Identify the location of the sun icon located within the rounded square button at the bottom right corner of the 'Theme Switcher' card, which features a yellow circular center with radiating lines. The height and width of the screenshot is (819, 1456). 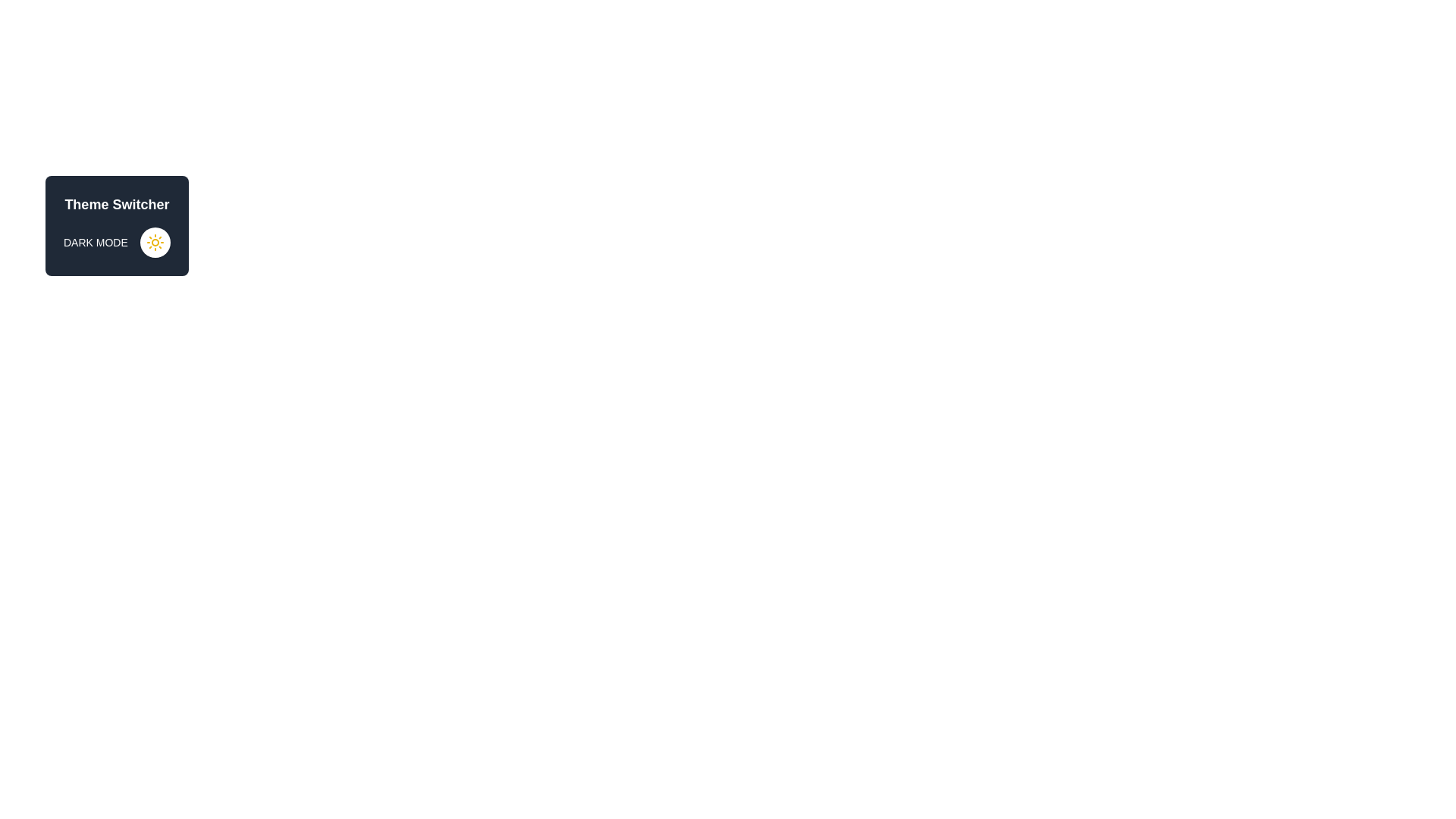
(155, 242).